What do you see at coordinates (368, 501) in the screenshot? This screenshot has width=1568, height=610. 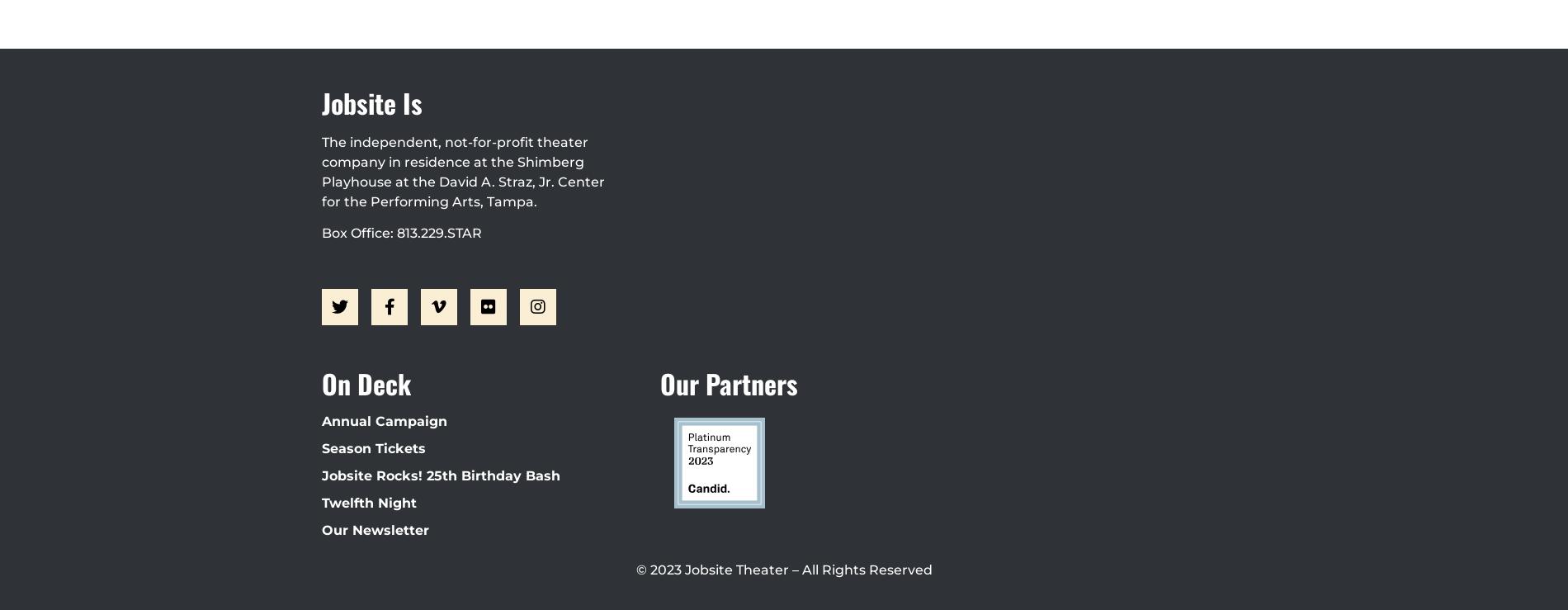 I see `'Twelfth Night'` at bounding box center [368, 501].